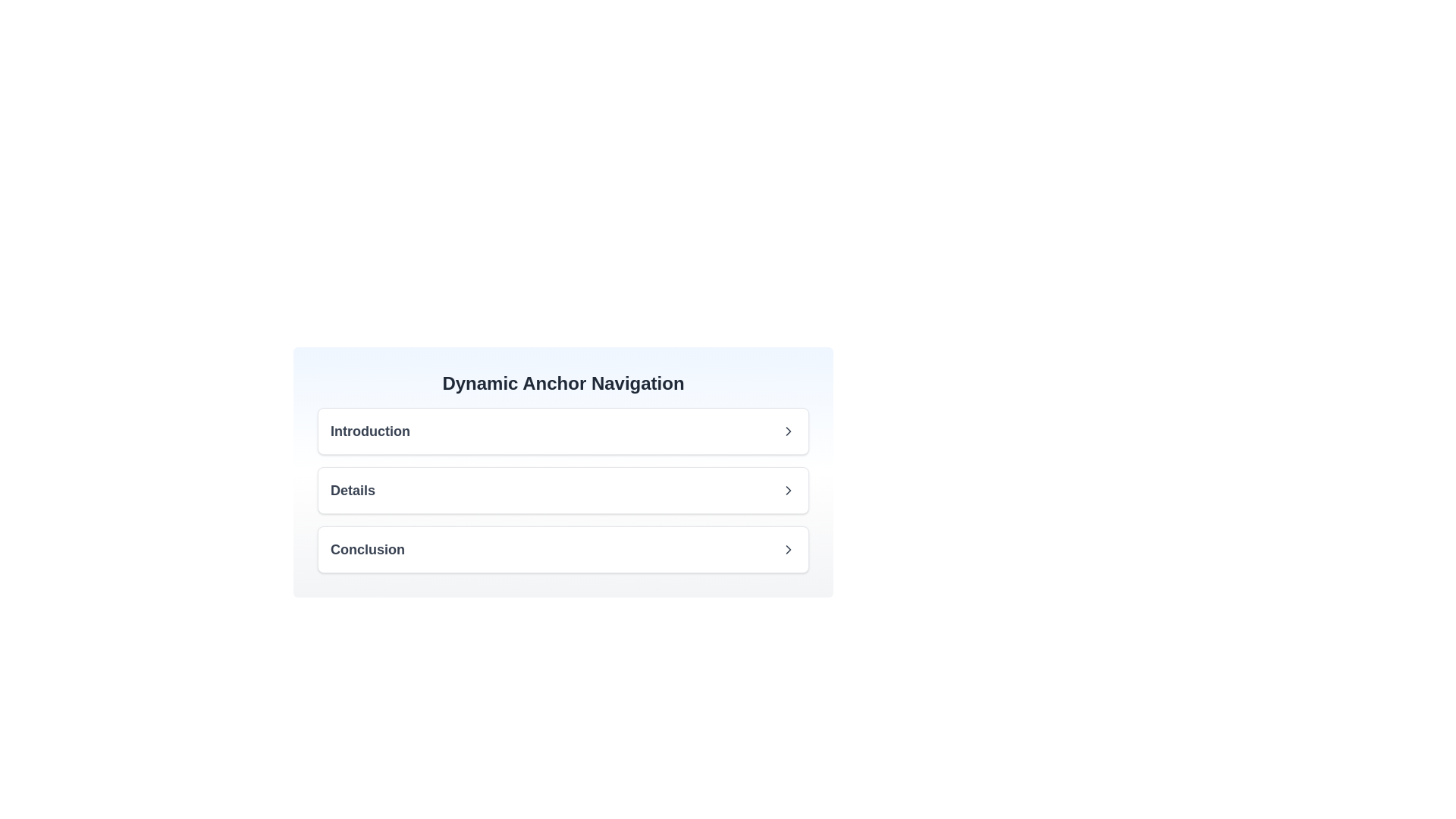 Image resolution: width=1456 pixels, height=819 pixels. Describe the element at coordinates (563, 491) in the screenshot. I see `the 'Details' navigation link located` at that location.